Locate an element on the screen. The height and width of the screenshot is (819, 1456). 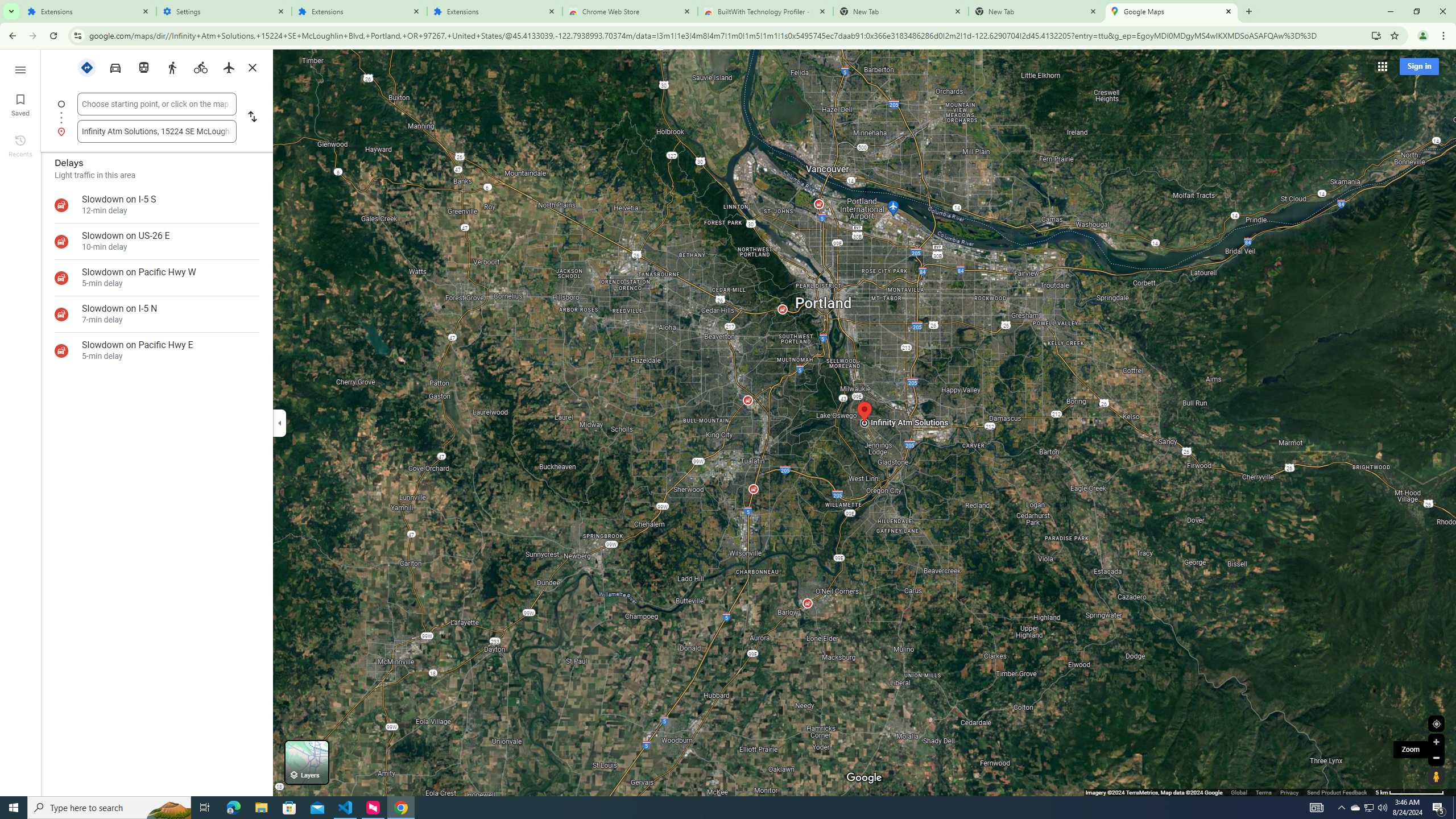
'Driving' is located at coordinates (115, 67).